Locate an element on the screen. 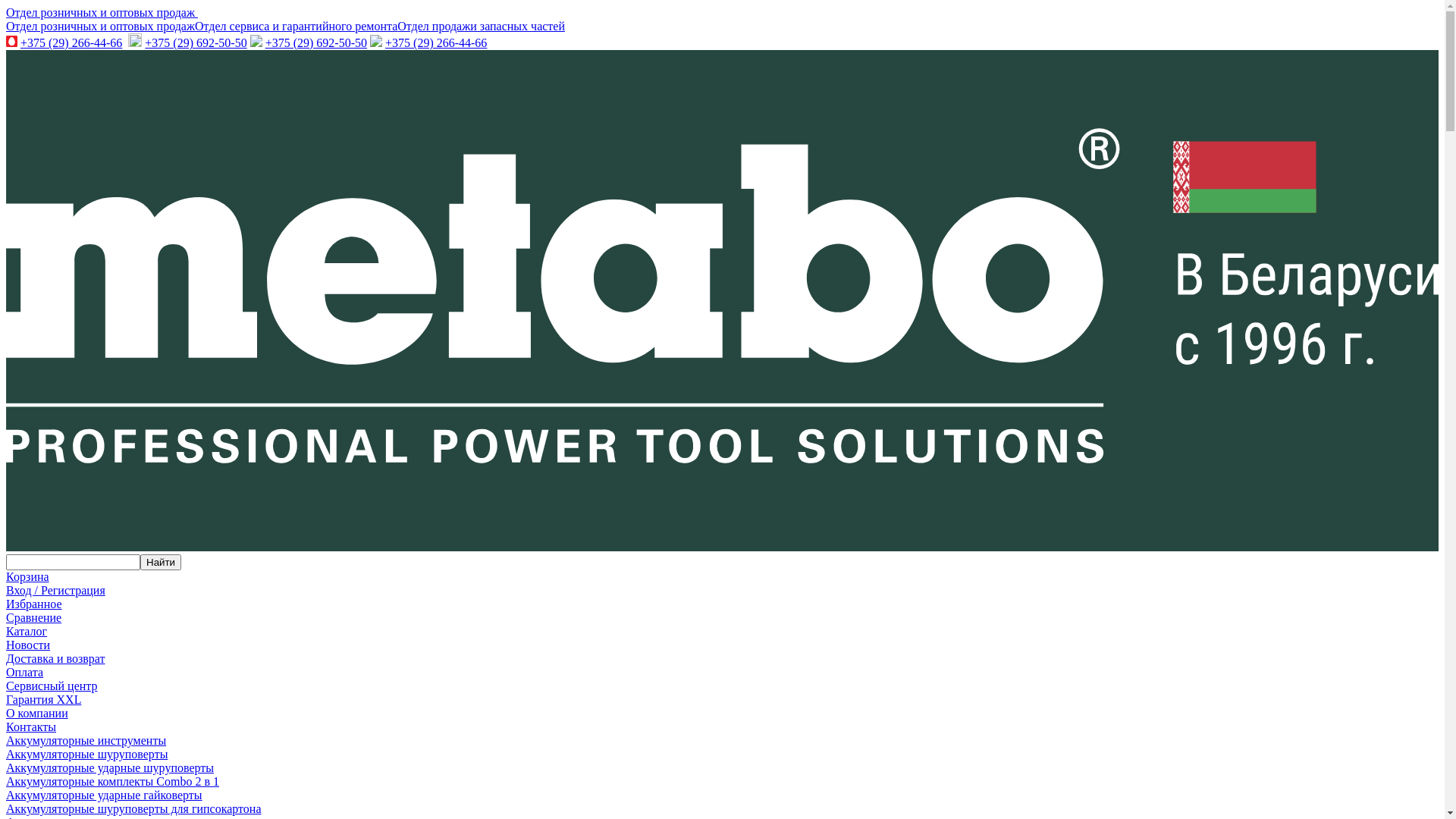 The width and height of the screenshot is (1456, 819). '+375 (29) 266-44-66' is located at coordinates (435, 42).